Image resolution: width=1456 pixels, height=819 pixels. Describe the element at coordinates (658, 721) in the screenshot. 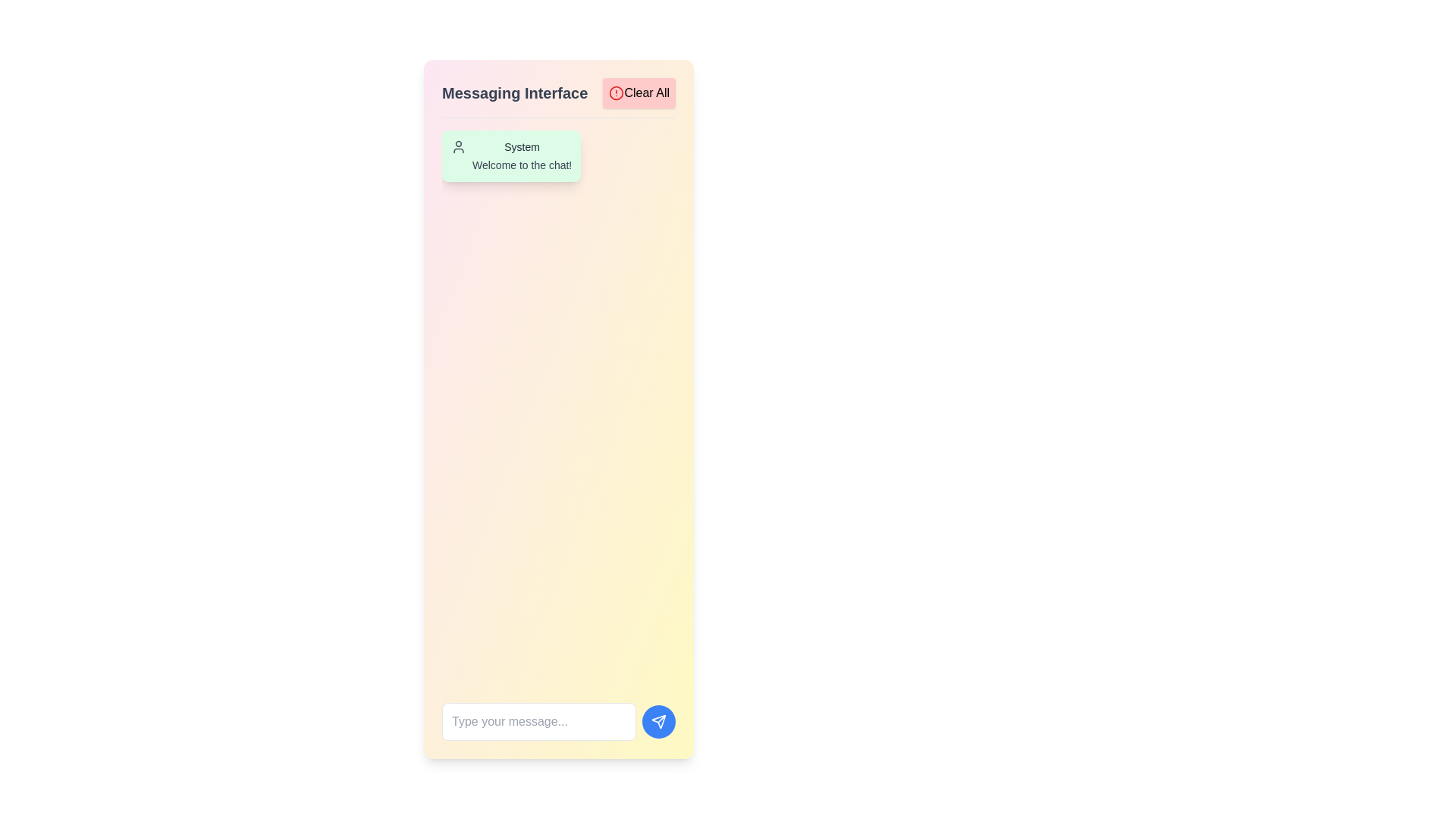

I see `the SVG icon resembling a paper plane within the blue button located at the bottom-right corner of the messaging interface` at that location.